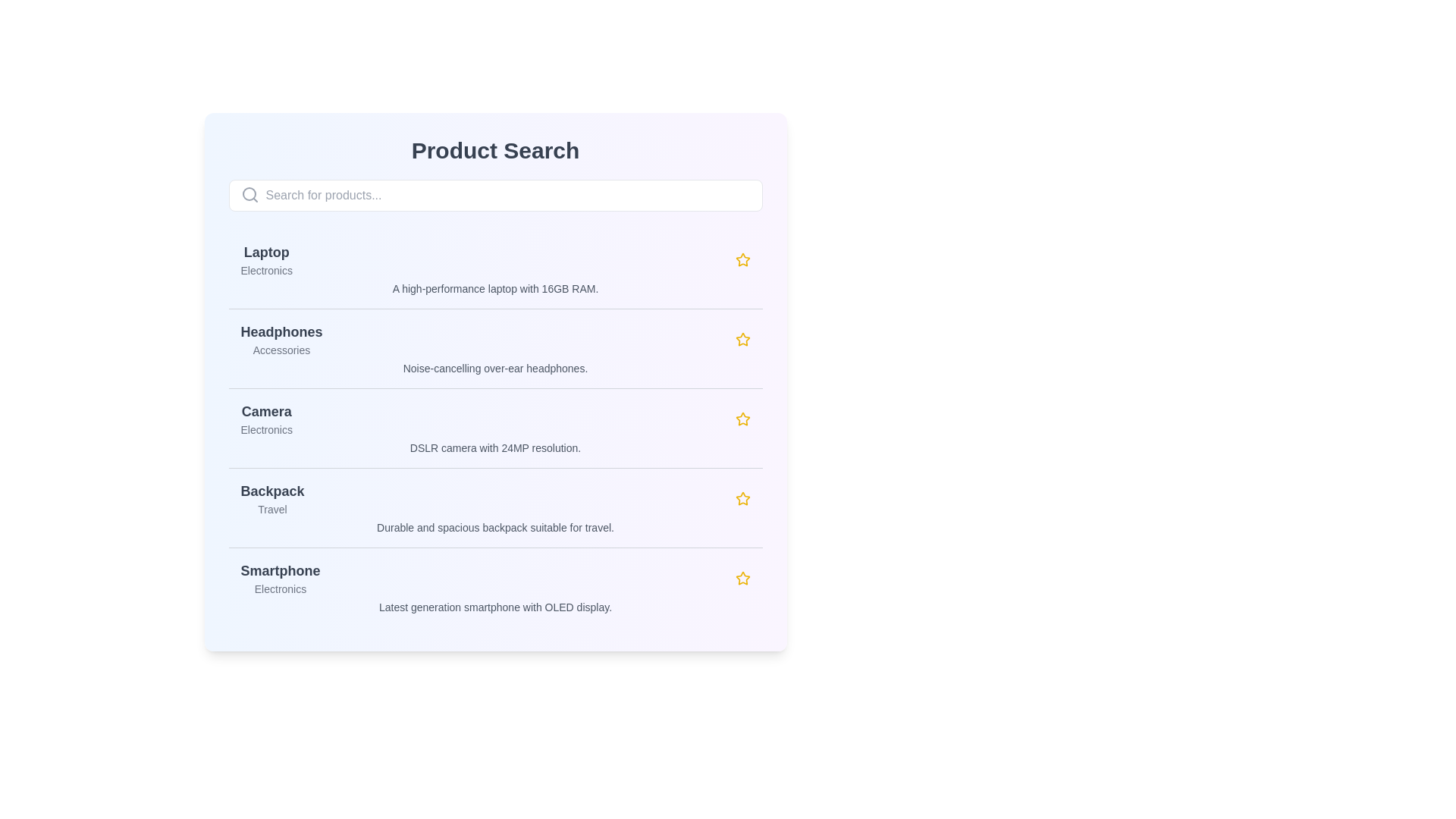  What do you see at coordinates (495, 586) in the screenshot?
I see `the product listing for the smartphone in the product search interface` at bounding box center [495, 586].